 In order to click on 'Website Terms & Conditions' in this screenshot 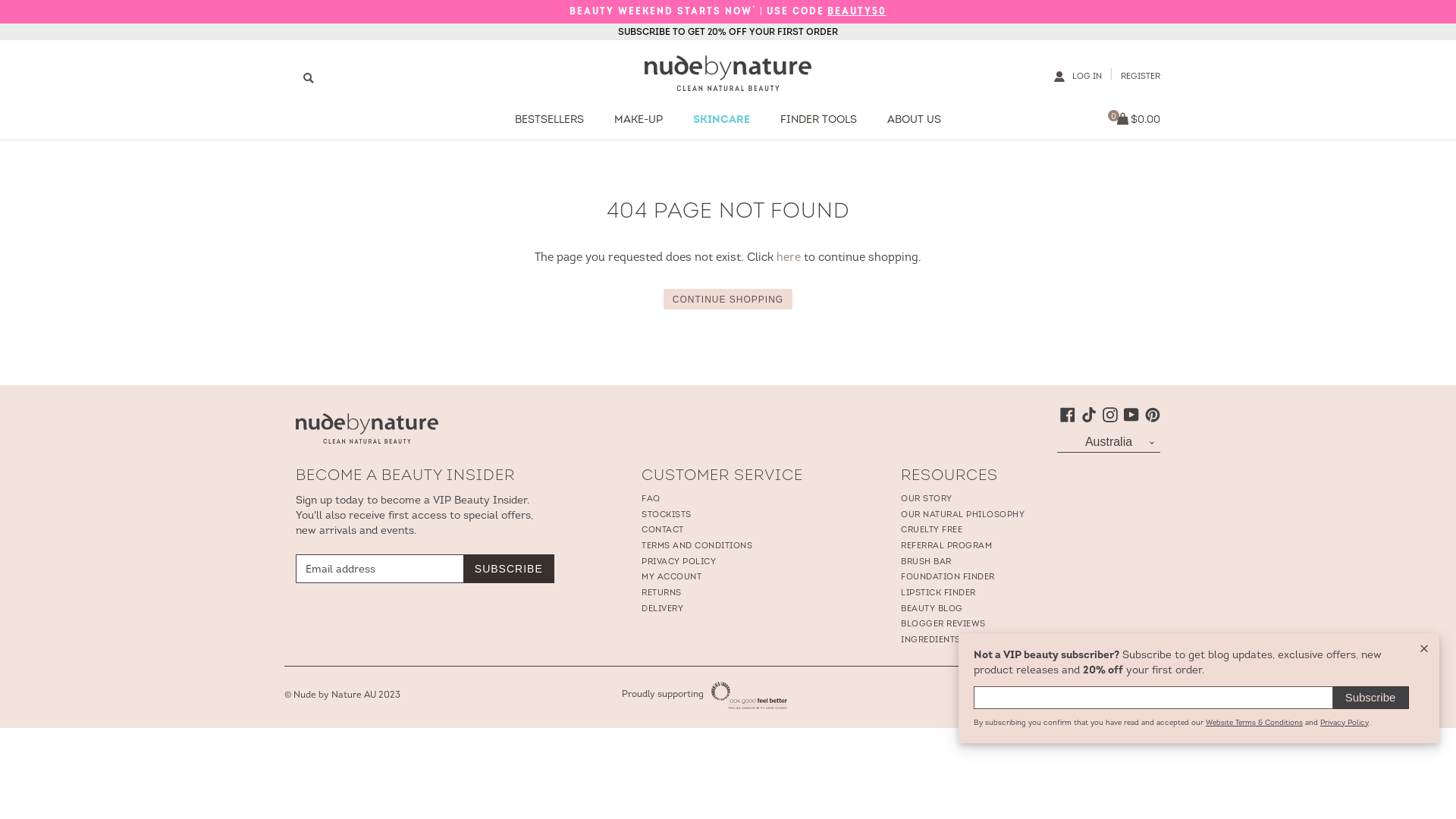, I will do `click(1254, 722)`.